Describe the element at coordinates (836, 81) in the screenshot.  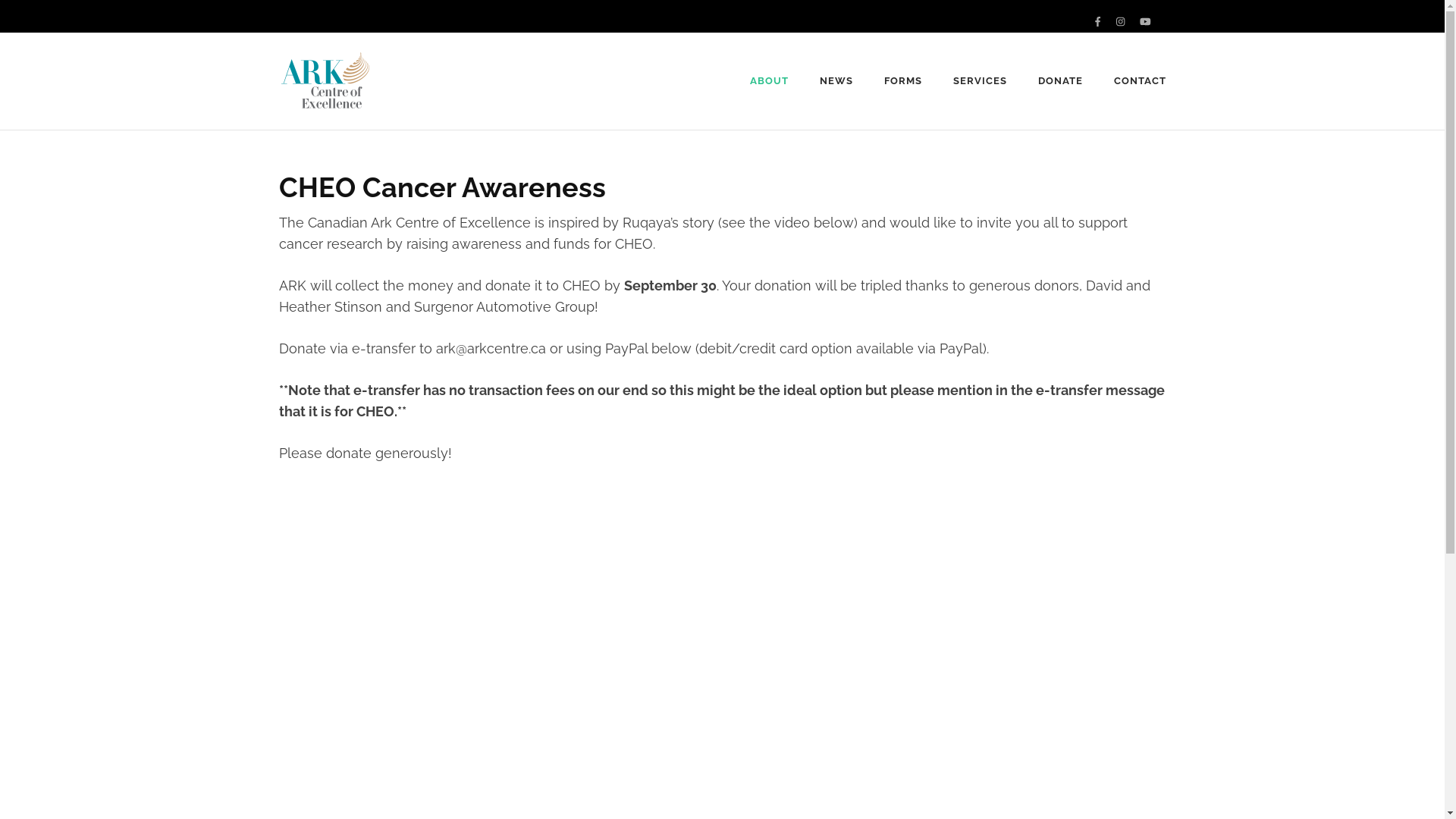
I see `'NEWS'` at that location.